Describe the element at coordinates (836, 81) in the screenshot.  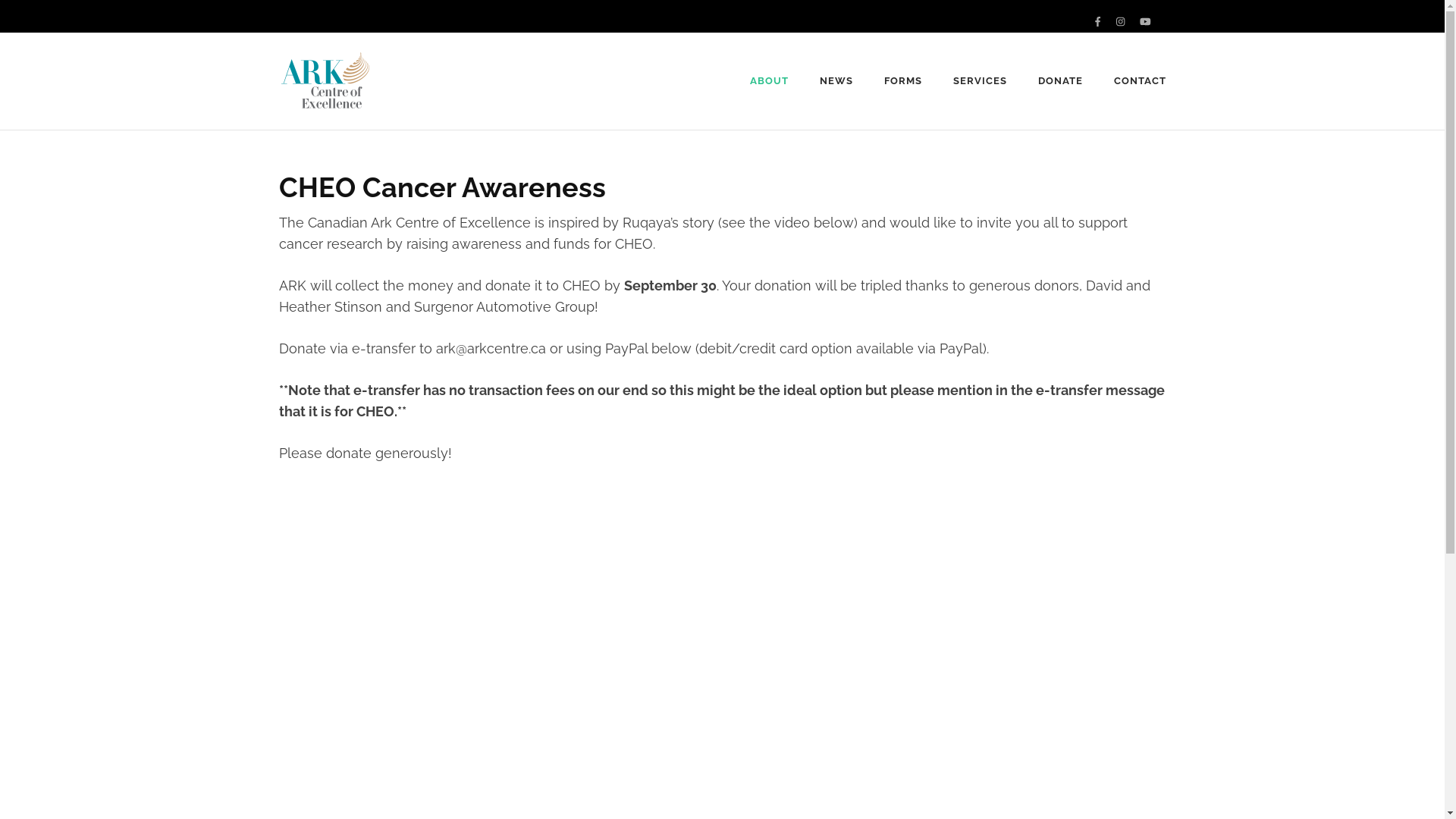
I see `'NEWS'` at that location.